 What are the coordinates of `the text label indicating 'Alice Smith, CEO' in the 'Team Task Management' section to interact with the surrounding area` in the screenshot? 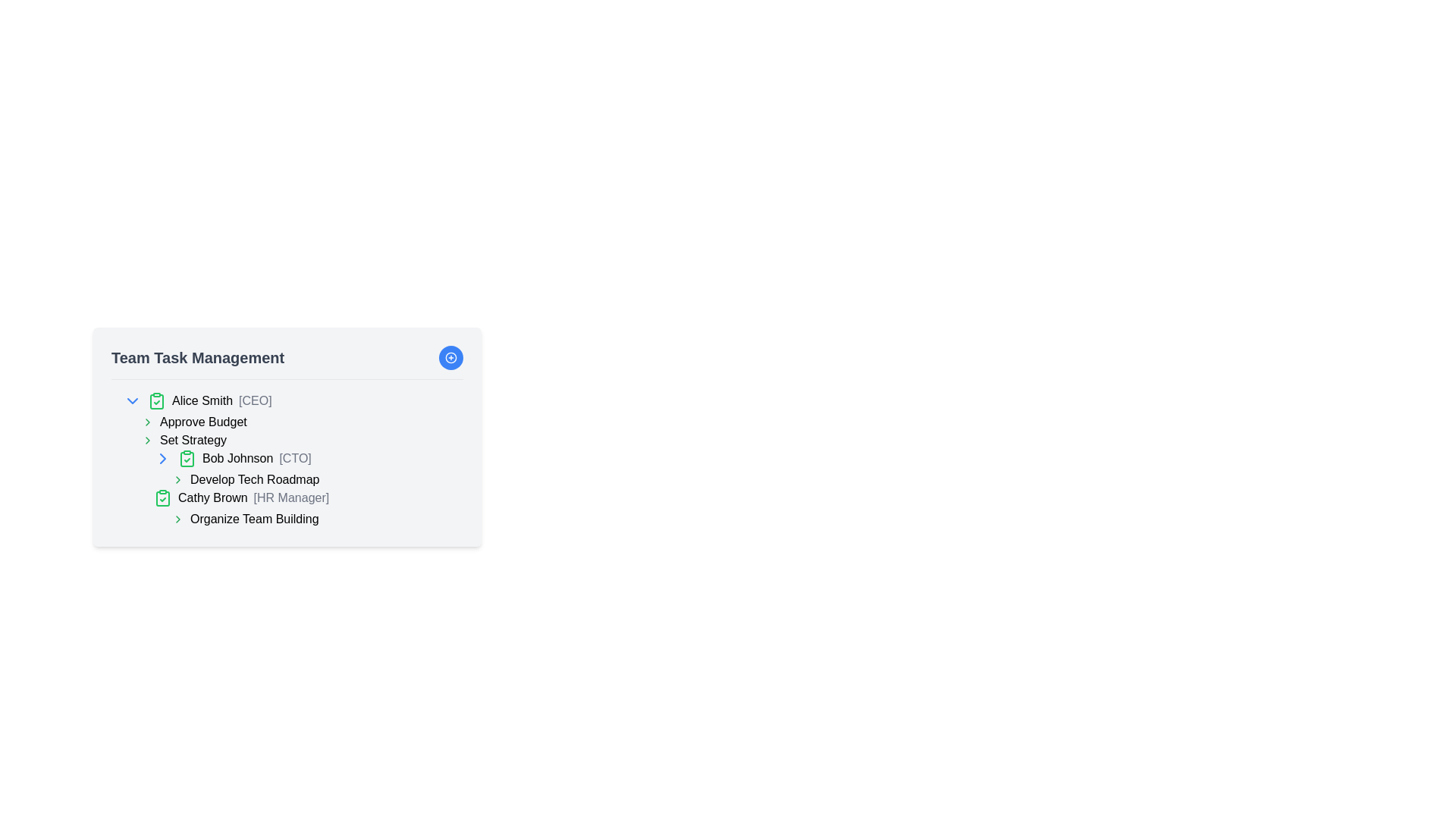 It's located at (221, 400).